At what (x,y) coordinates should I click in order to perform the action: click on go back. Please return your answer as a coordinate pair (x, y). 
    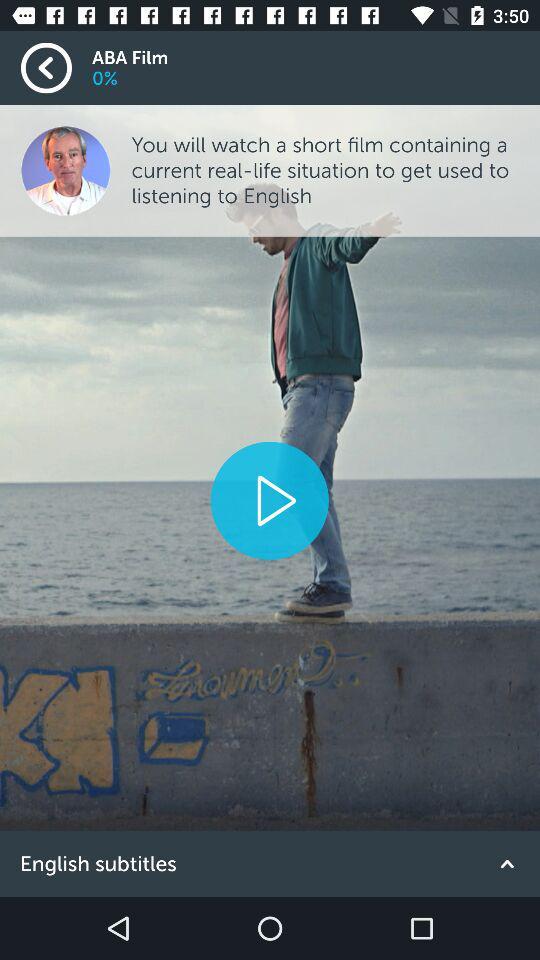
    Looking at the image, I should click on (56, 68).